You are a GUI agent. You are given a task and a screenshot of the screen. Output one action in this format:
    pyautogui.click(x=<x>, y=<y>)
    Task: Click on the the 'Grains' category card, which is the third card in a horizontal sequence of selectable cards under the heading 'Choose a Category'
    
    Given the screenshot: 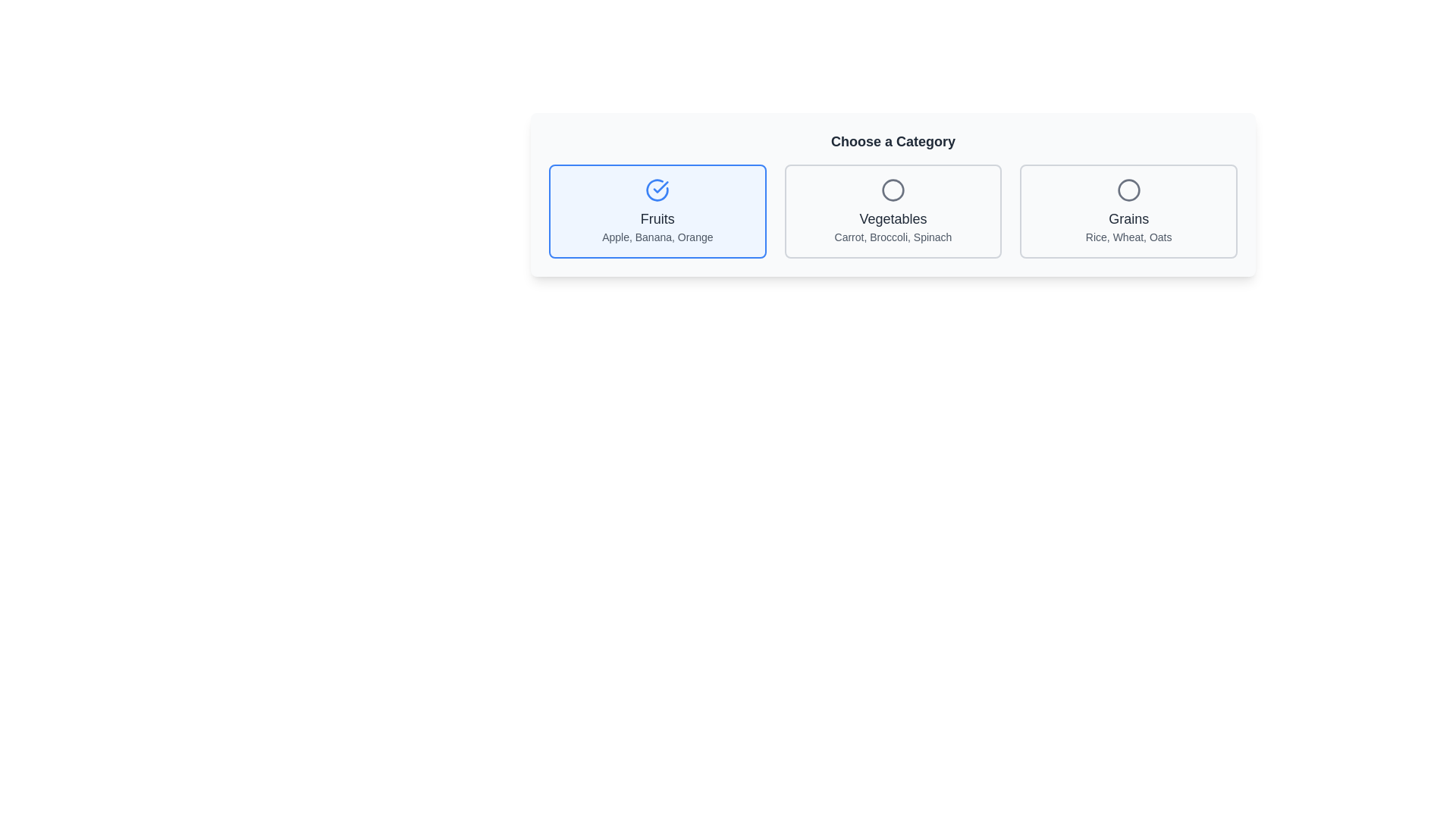 What is the action you would take?
    pyautogui.click(x=1128, y=211)
    